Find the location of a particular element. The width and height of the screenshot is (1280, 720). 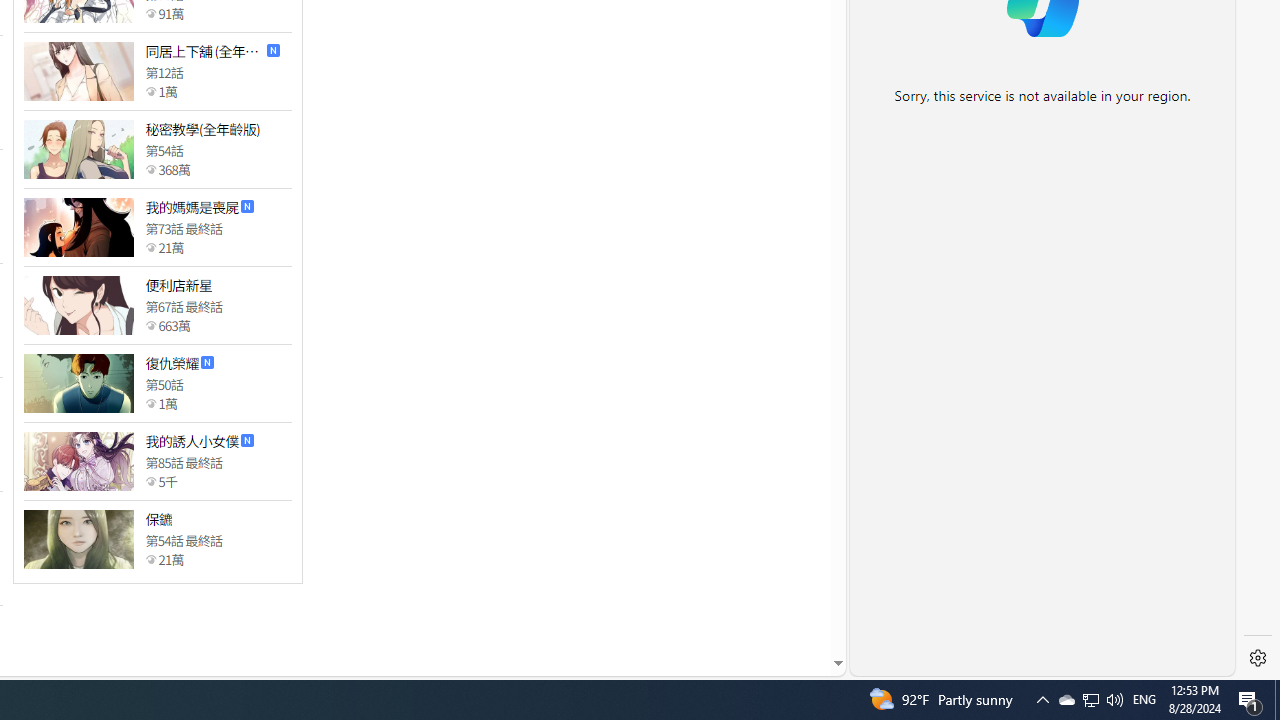

'Class: epicon_starpoint' is located at coordinates (150, 559).